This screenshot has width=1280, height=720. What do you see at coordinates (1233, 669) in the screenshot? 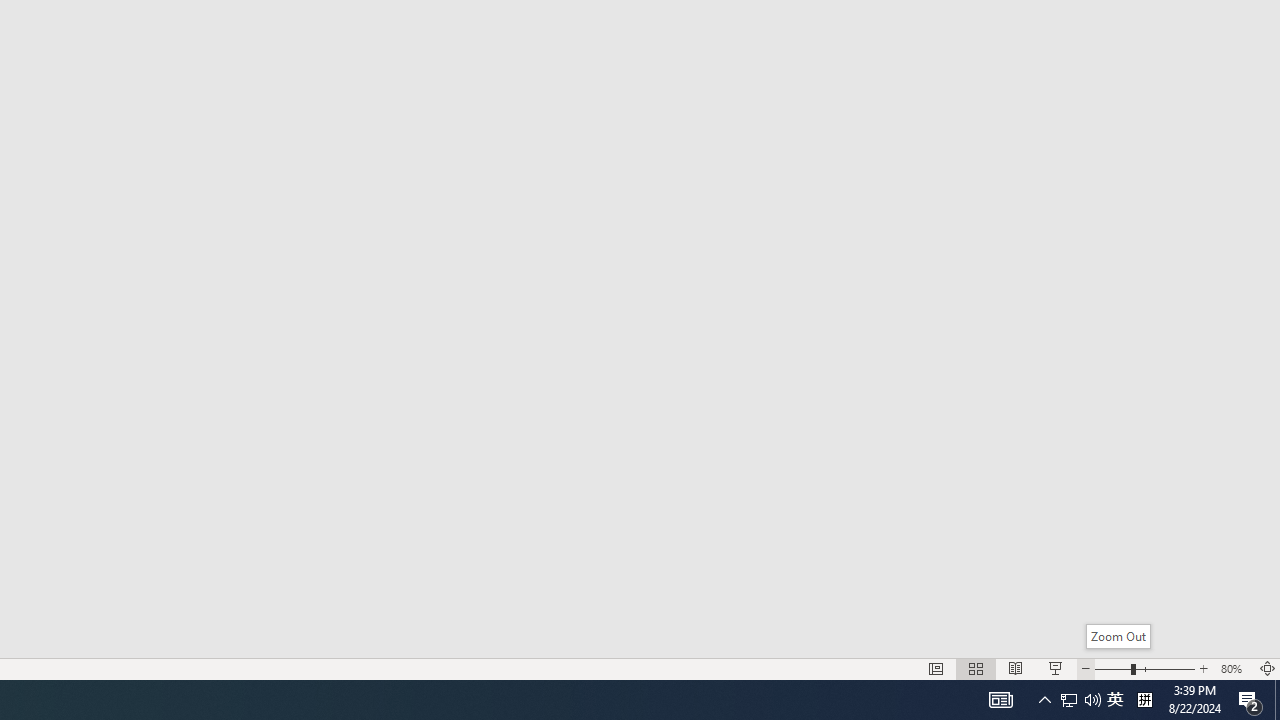
I see `'Zoom 80%'` at bounding box center [1233, 669].